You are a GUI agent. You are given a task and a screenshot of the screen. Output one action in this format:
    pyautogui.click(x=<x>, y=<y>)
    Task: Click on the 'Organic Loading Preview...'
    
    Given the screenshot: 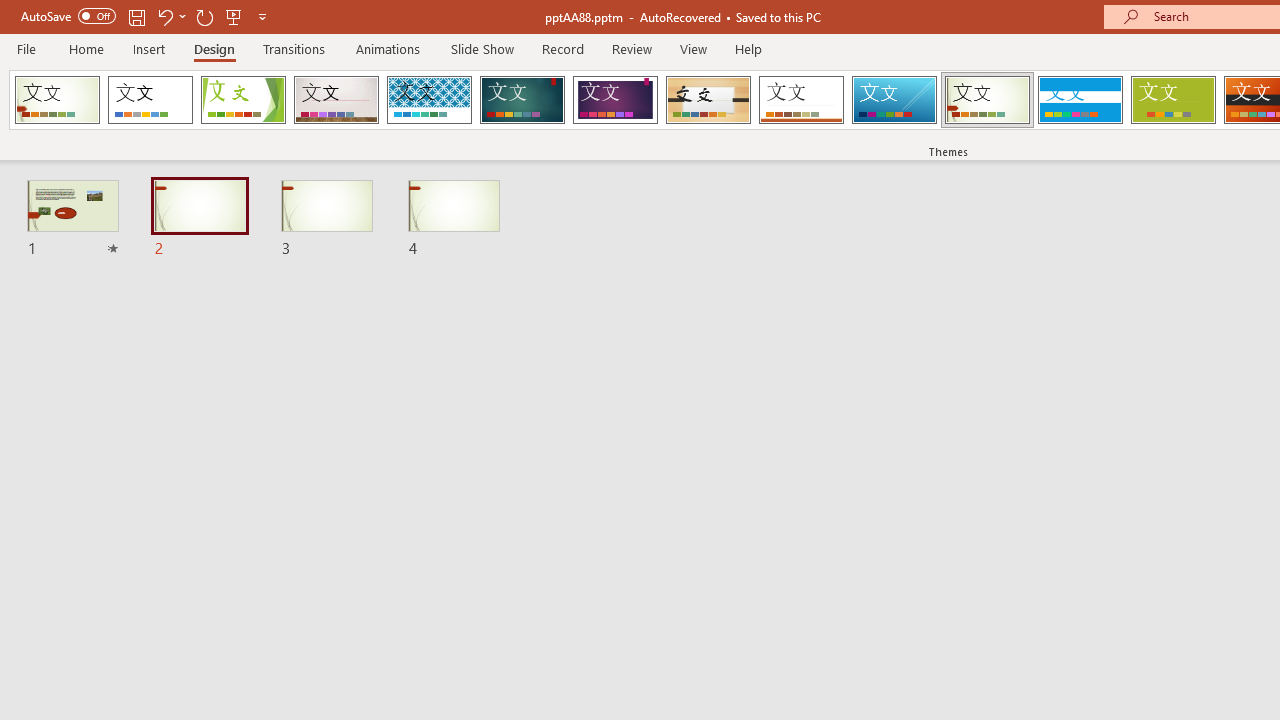 What is the action you would take?
    pyautogui.click(x=708, y=100)
    